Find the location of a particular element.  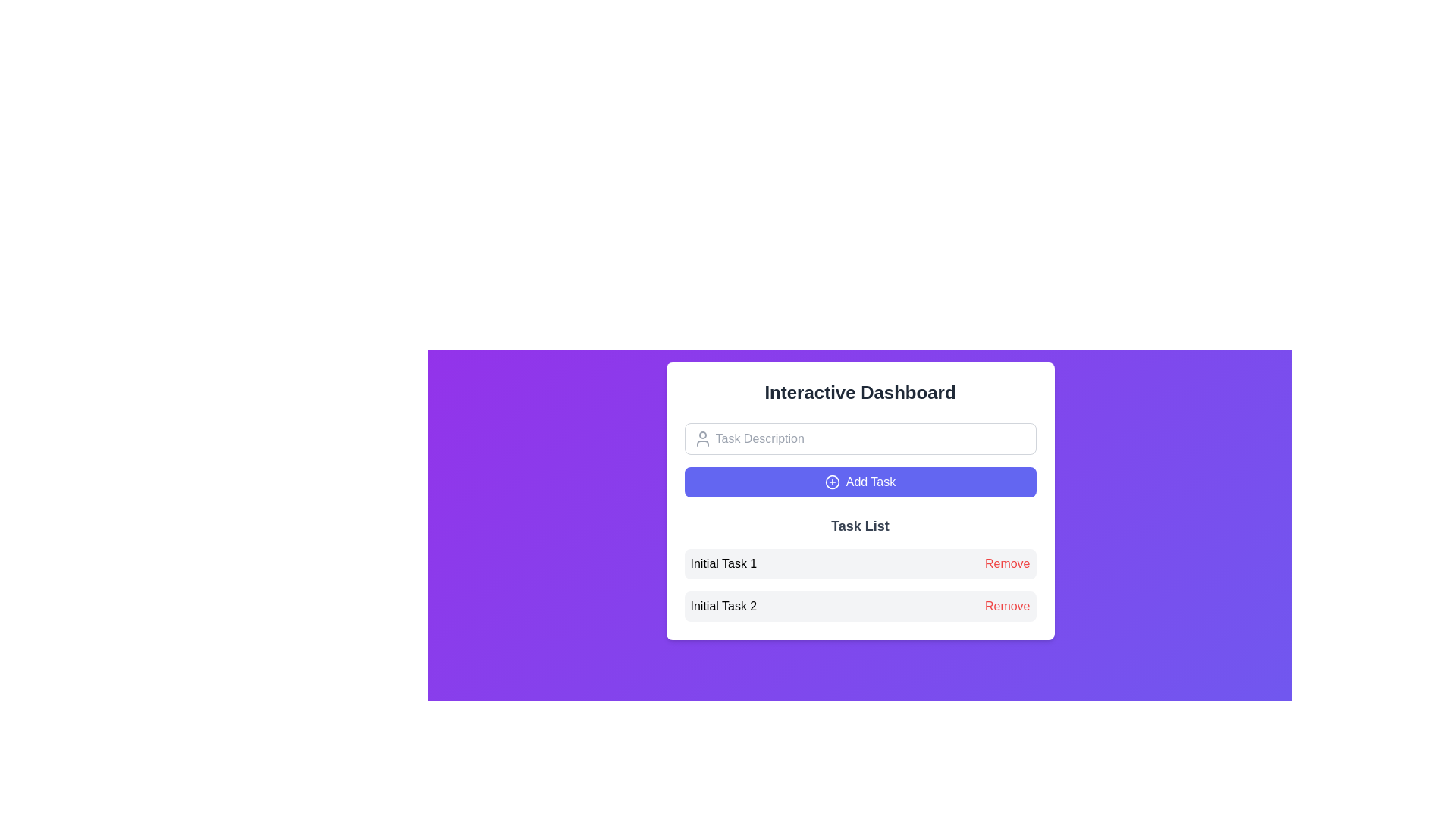

the task rows in the 'Task List' section, which contains tasks like 'Initial Task 1' and 'Initial Task 2' with a 'Remove' button on the right is located at coordinates (860, 568).